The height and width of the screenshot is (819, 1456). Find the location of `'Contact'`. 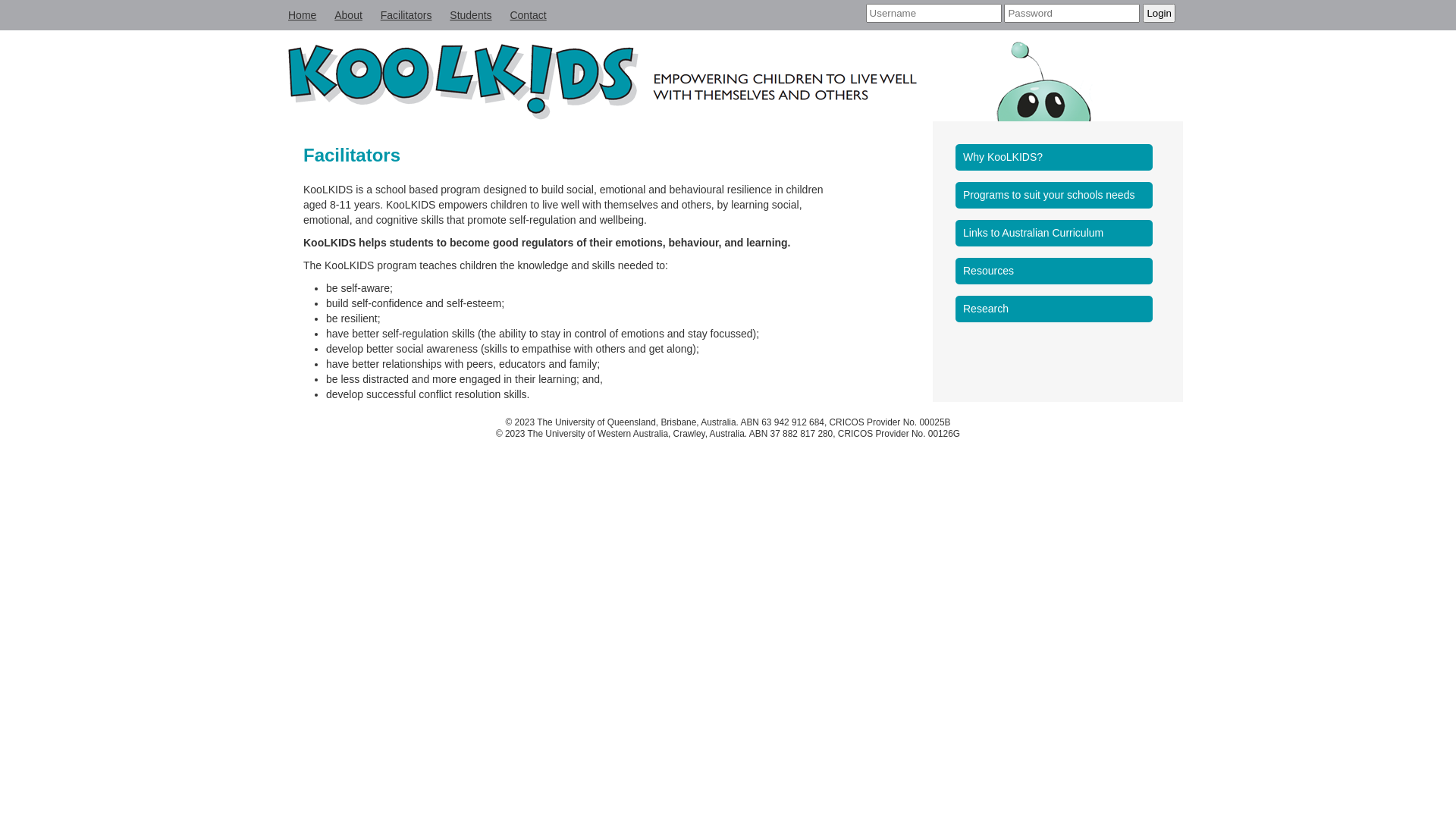

'Contact' is located at coordinates (528, 14).